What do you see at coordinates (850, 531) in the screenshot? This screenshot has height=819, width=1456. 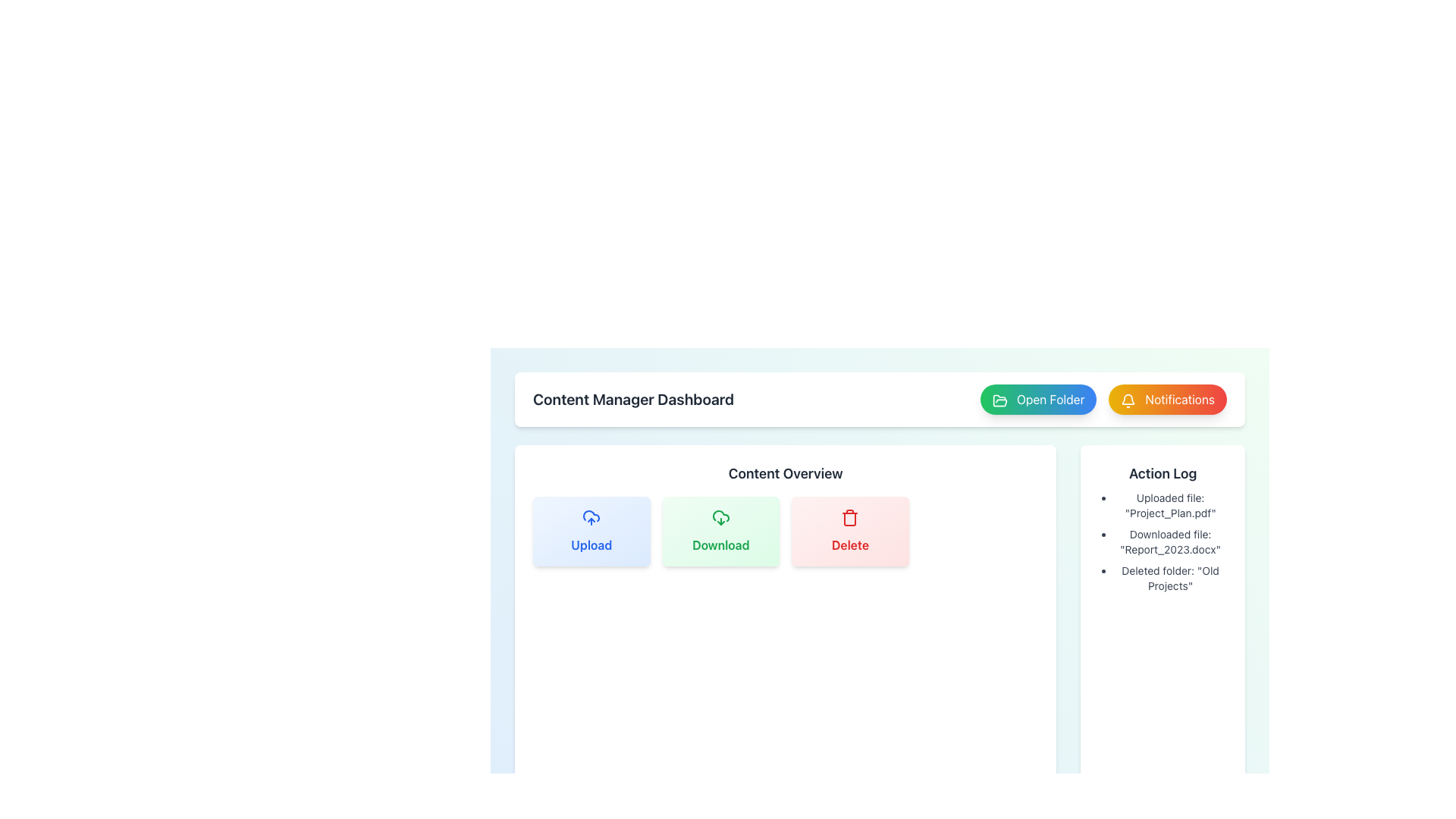 I see `the 'Delete' button with a red trash bin icon` at bounding box center [850, 531].